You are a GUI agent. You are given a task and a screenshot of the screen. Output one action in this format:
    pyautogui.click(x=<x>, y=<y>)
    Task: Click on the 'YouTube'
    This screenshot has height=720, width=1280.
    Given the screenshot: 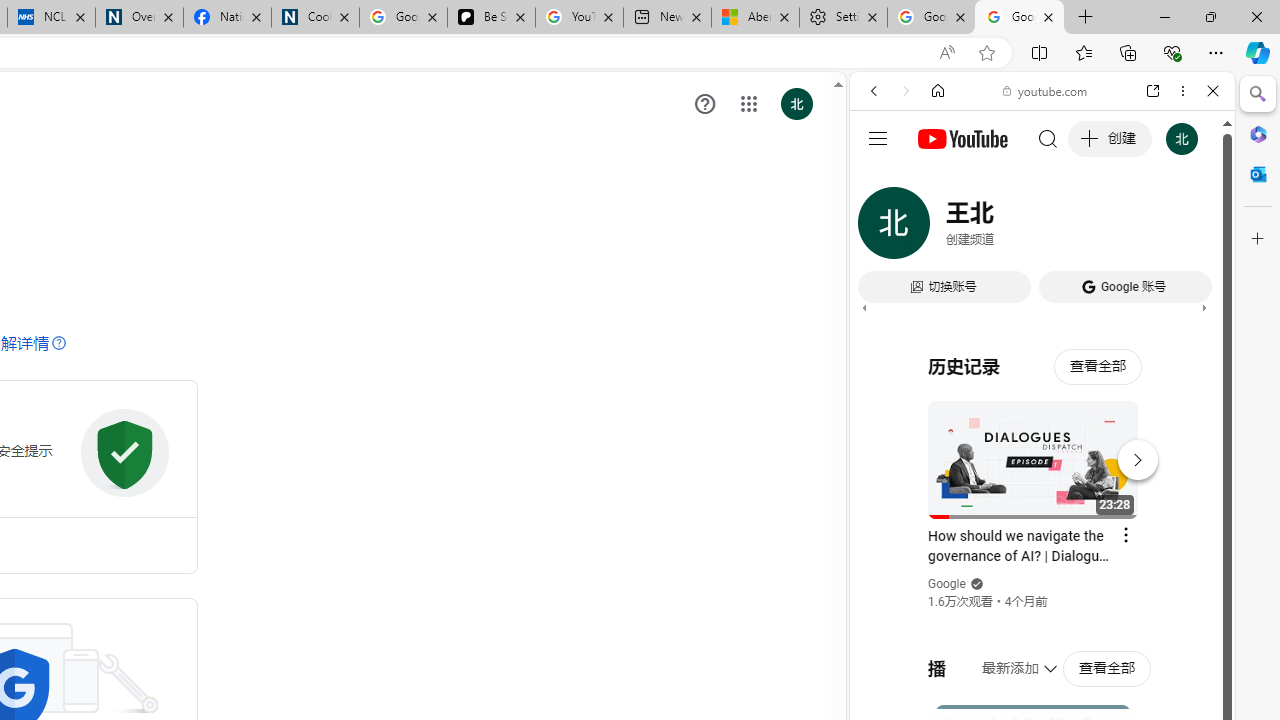 What is the action you would take?
    pyautogui.click(x=1034, y=297)
    